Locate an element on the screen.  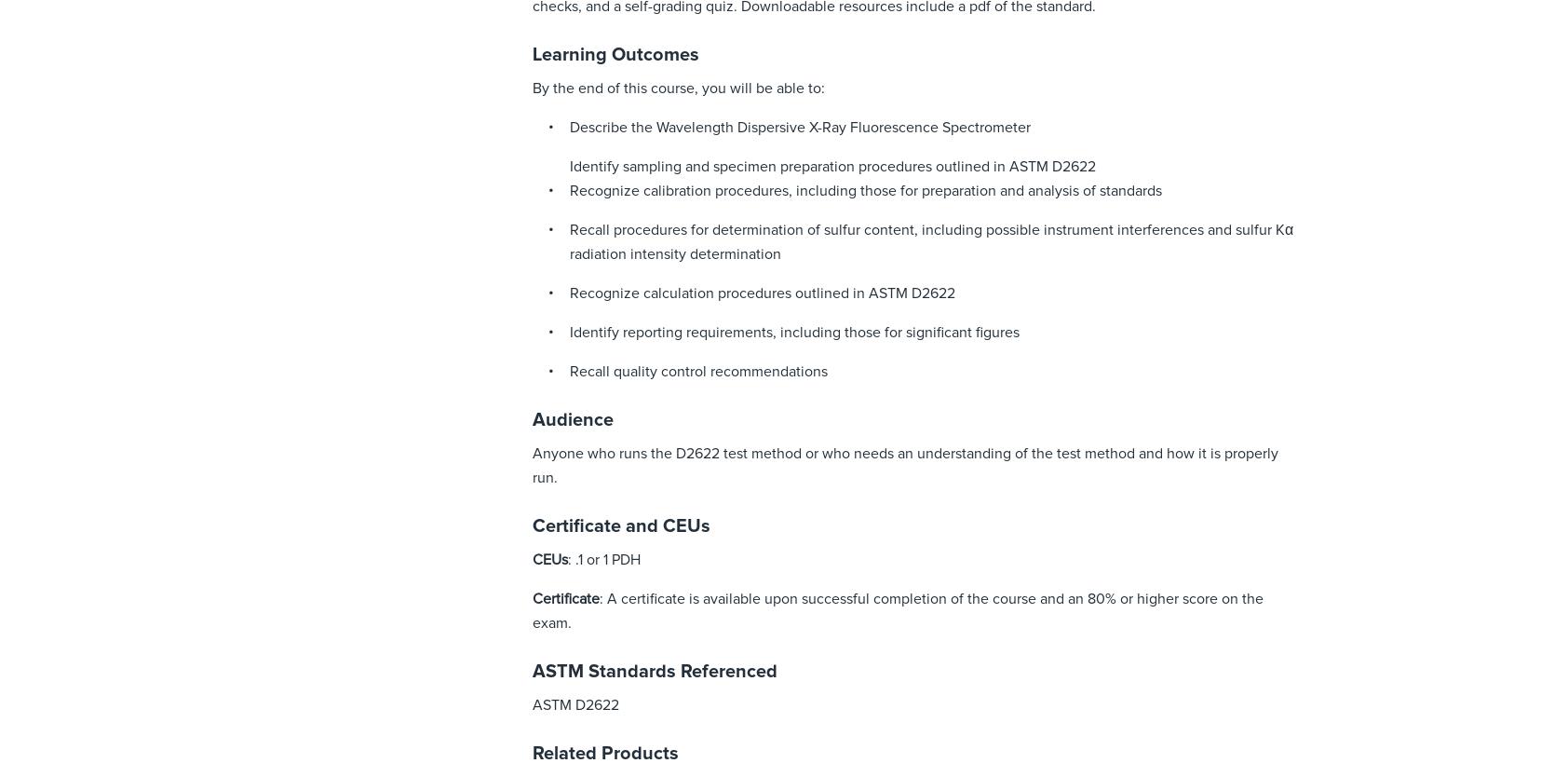
':  A certificate is available upon successful completion of the course and an 80% or higher score on the exam.' is located at coordinates (897, 610).